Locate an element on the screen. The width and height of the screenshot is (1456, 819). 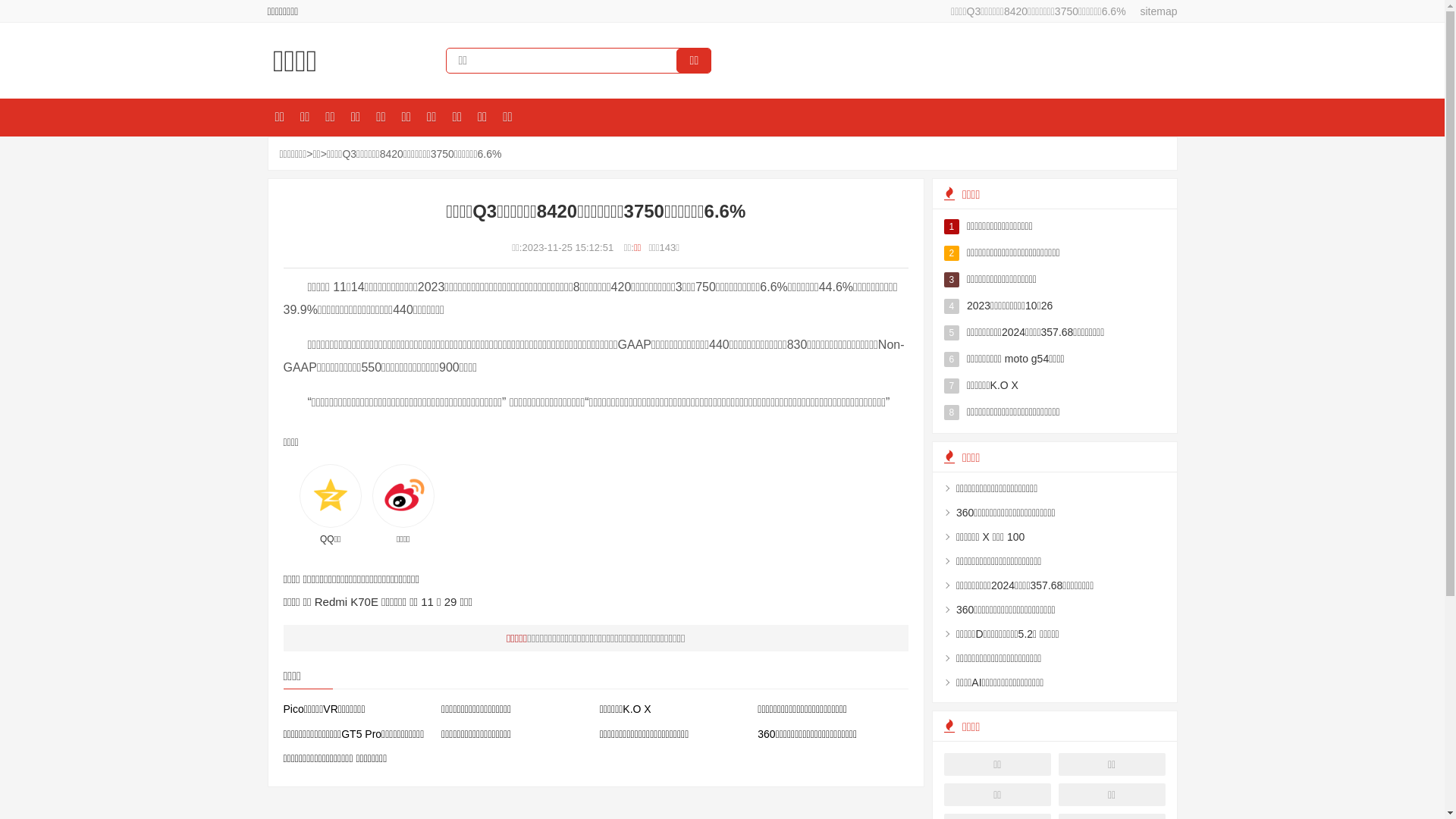
'sitemap' is located at coordinates (1153, 11).